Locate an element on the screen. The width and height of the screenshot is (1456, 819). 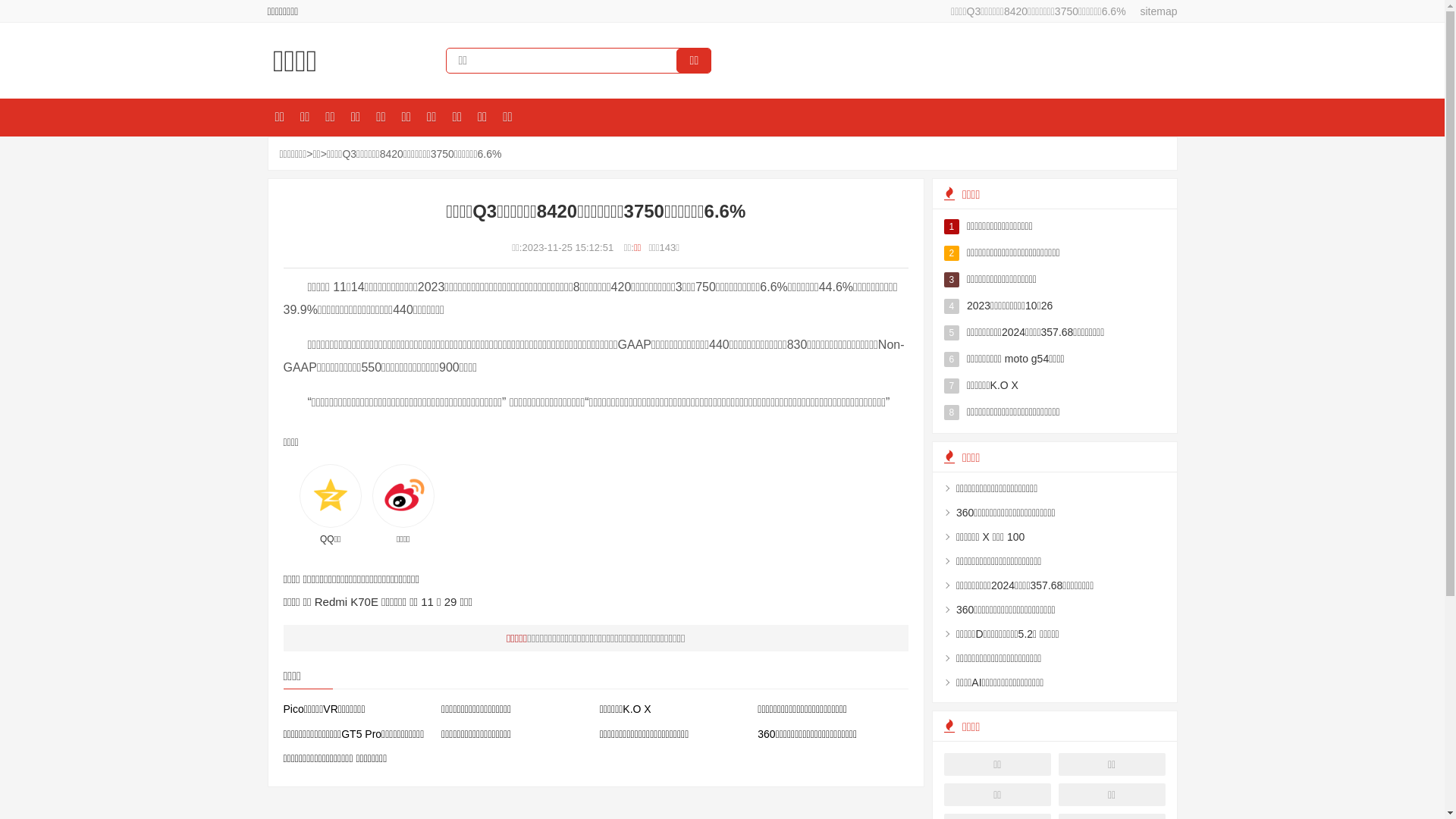
'sitemap' is located at coordinates (1153, 11).